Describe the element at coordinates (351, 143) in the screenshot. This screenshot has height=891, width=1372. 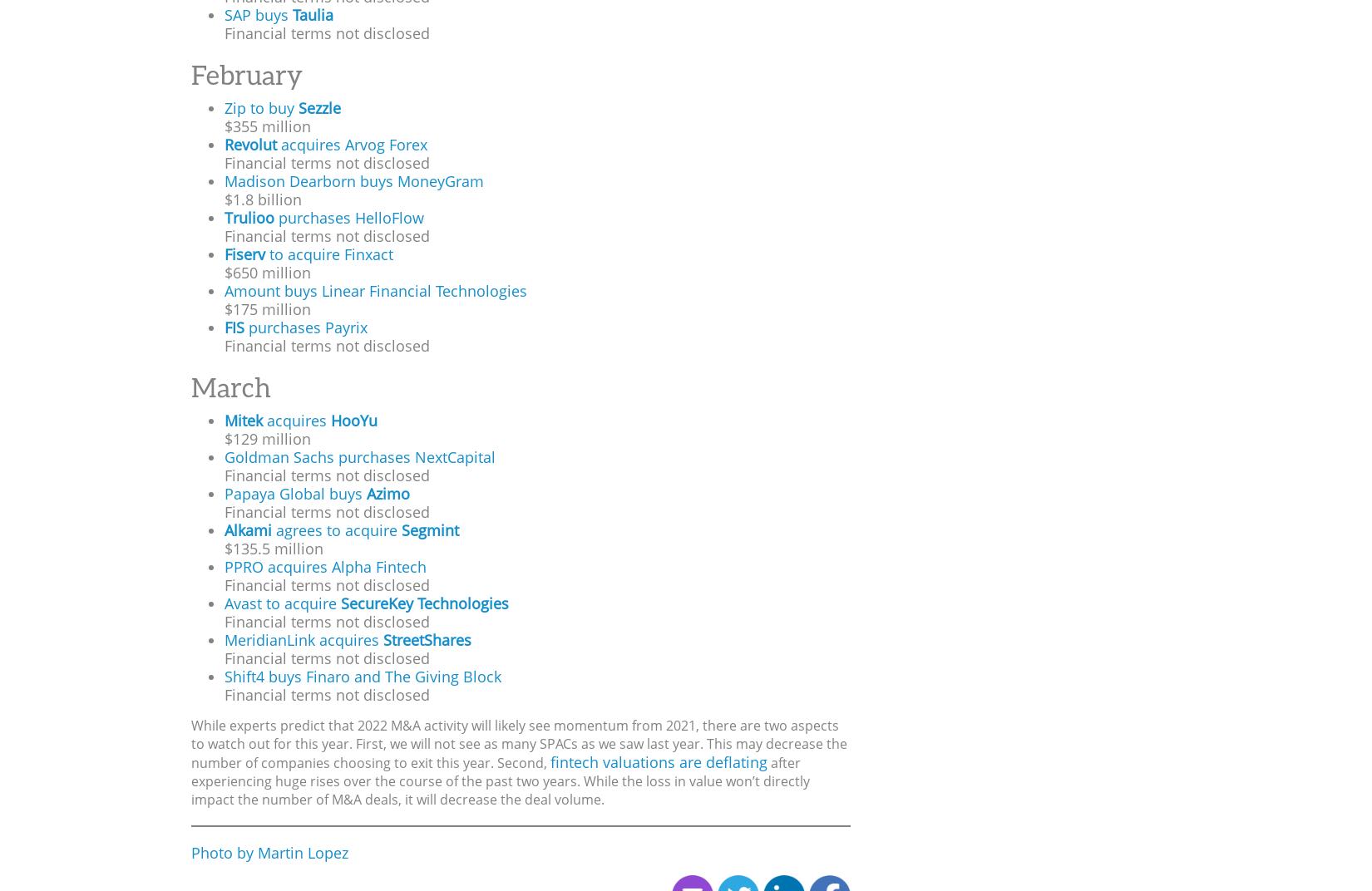
I see `'acquires Arvog Forex'` at that location.